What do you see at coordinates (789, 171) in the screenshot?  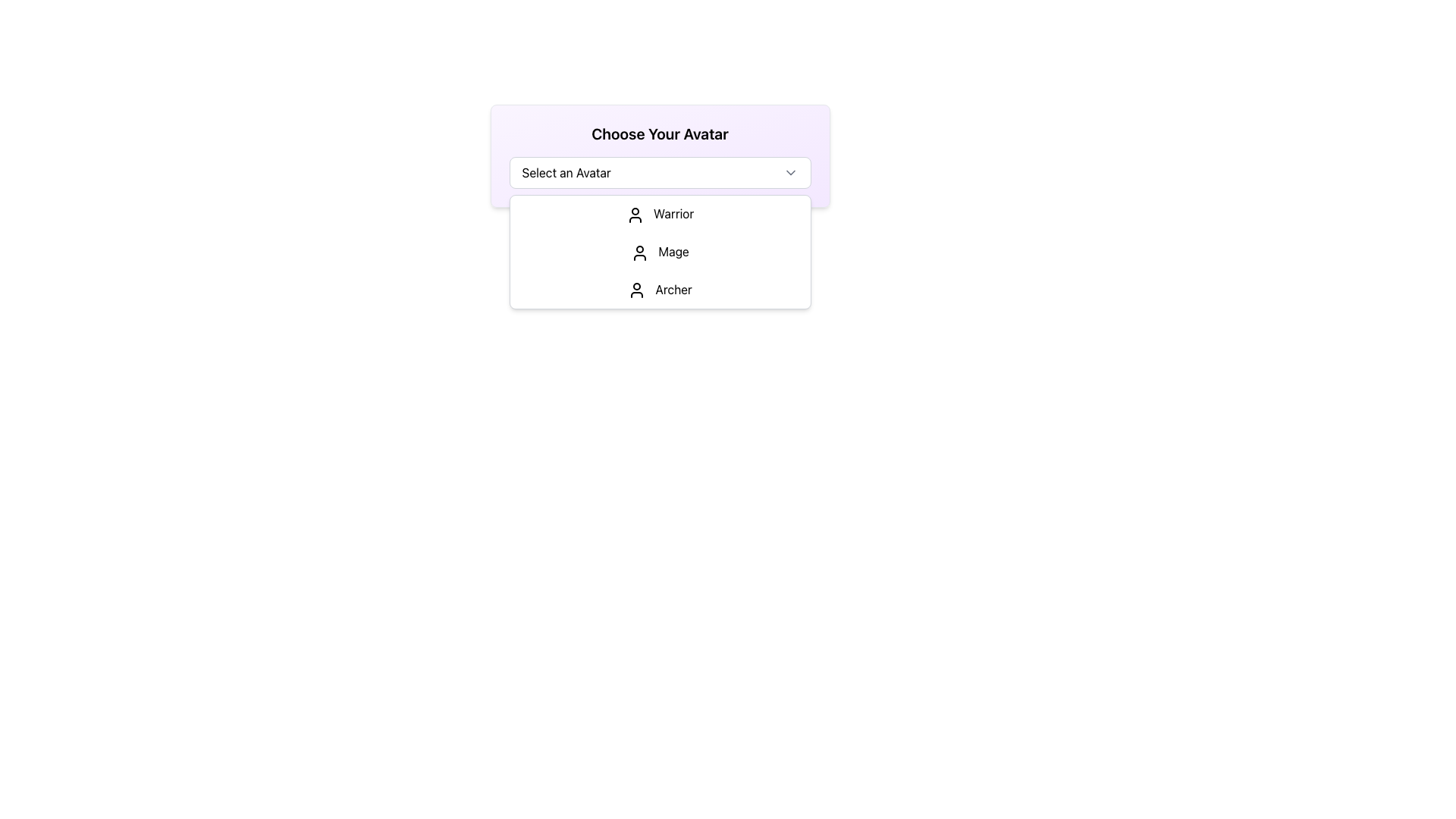 I see `the arrow icon located to the far right of the 'Select an Avatar' button` at bounding box center [789, 171].